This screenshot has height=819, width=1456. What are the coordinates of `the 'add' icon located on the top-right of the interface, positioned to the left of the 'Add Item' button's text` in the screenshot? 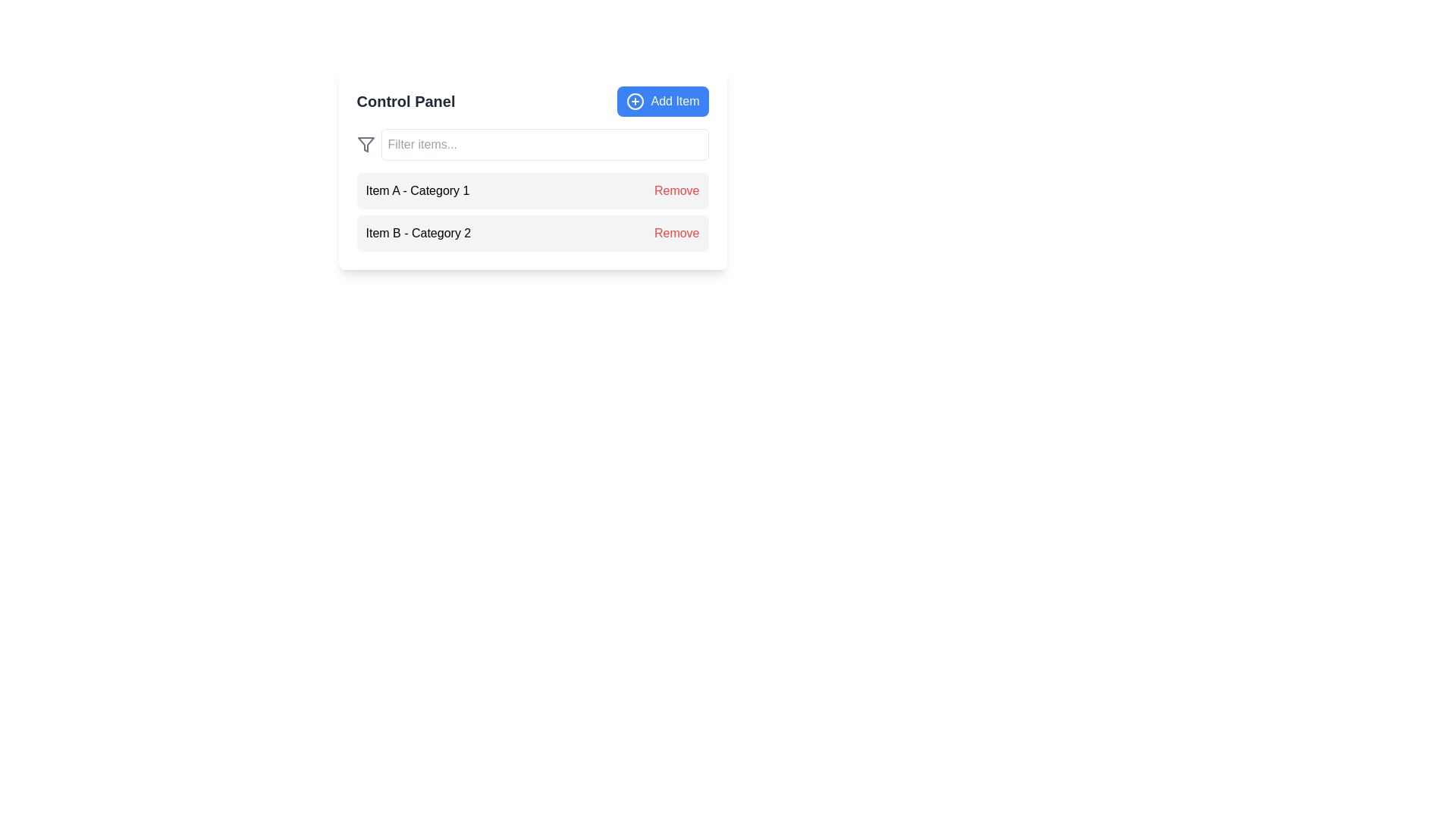 It's located at (635, 102).